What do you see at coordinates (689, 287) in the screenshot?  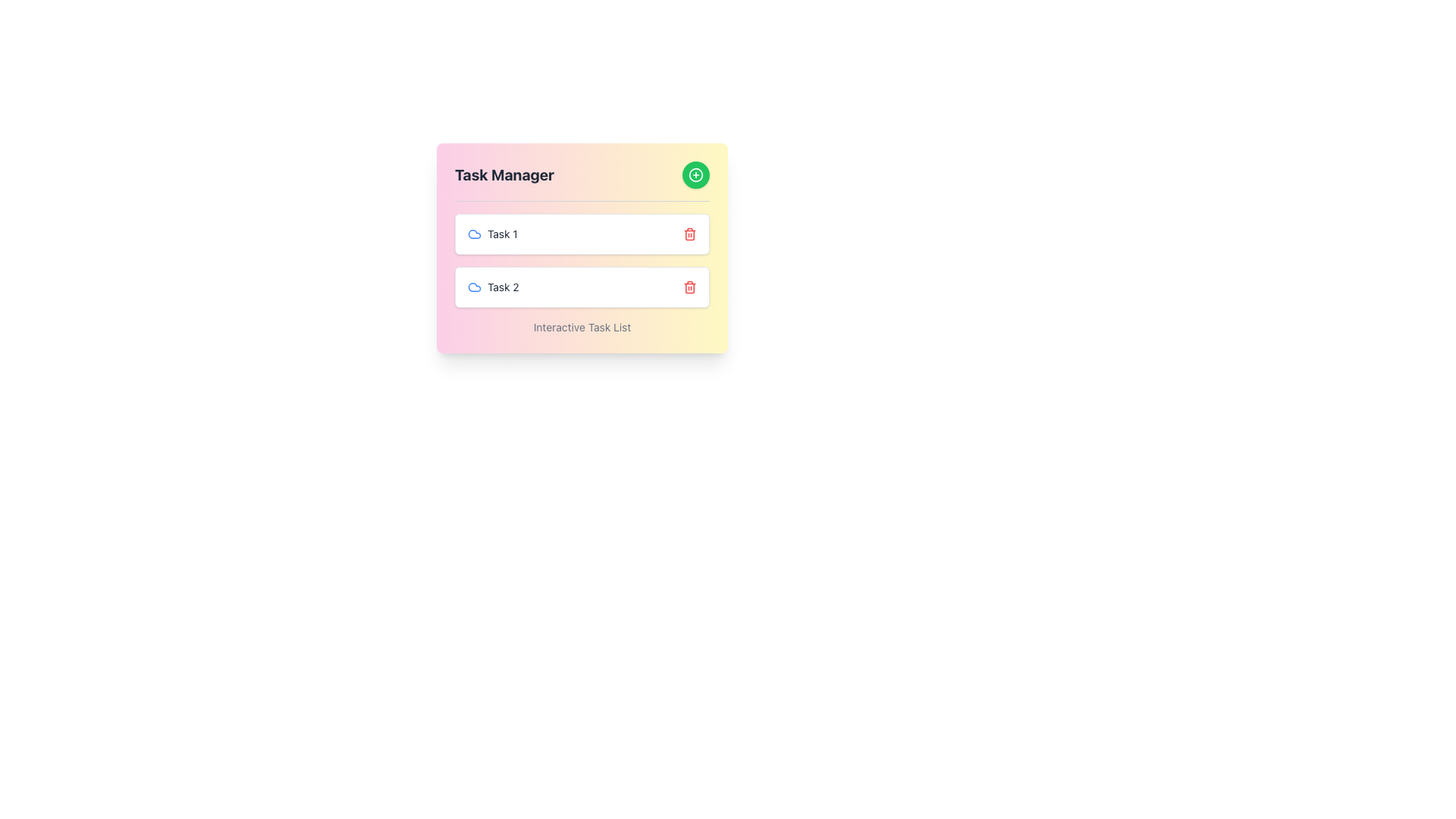 I see `the delete icon button associated with 'Task 2' in the 'Task Manager' panel` at bounding box center [689, 287].